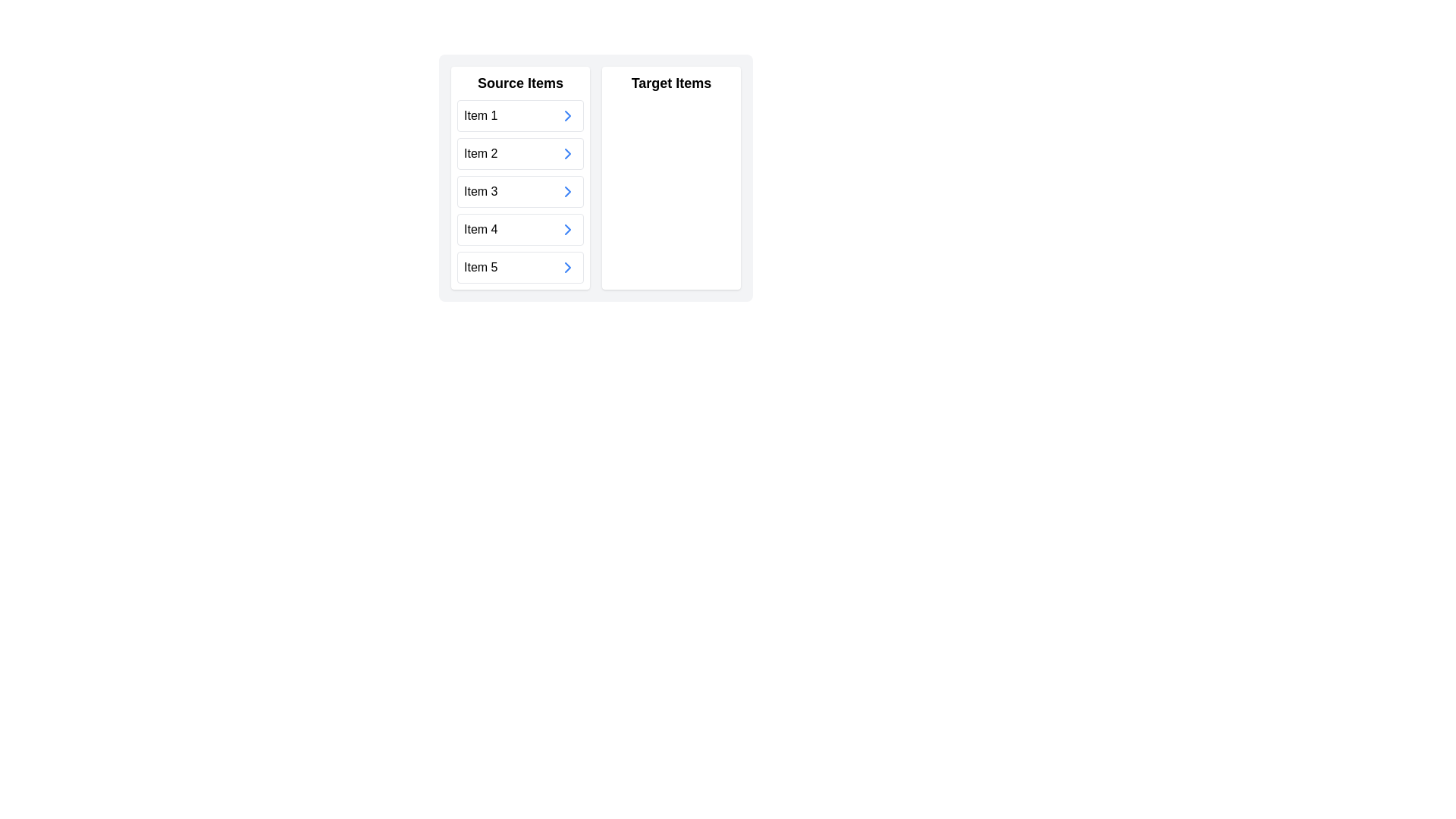 The width and height of the screenshot is (1456, 819). I want to click on the third list item in the 'Source Items' section to interact or navigate, so click(520, 191).